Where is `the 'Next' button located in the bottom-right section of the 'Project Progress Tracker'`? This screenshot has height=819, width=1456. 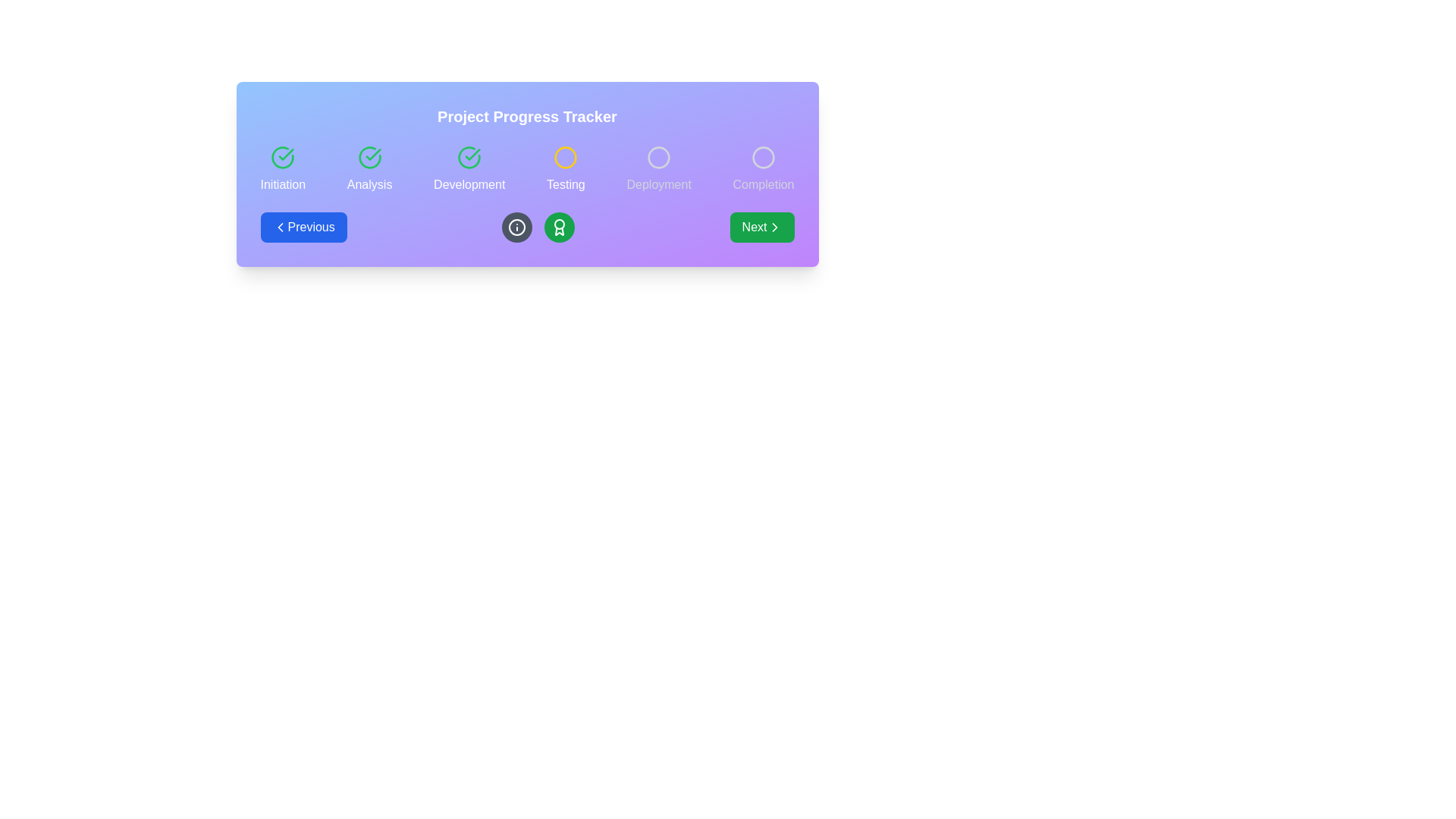
the 'Next' button located in the bottom-right section of the 'Project Progress Tracker' is located at coordinates (762, 227).